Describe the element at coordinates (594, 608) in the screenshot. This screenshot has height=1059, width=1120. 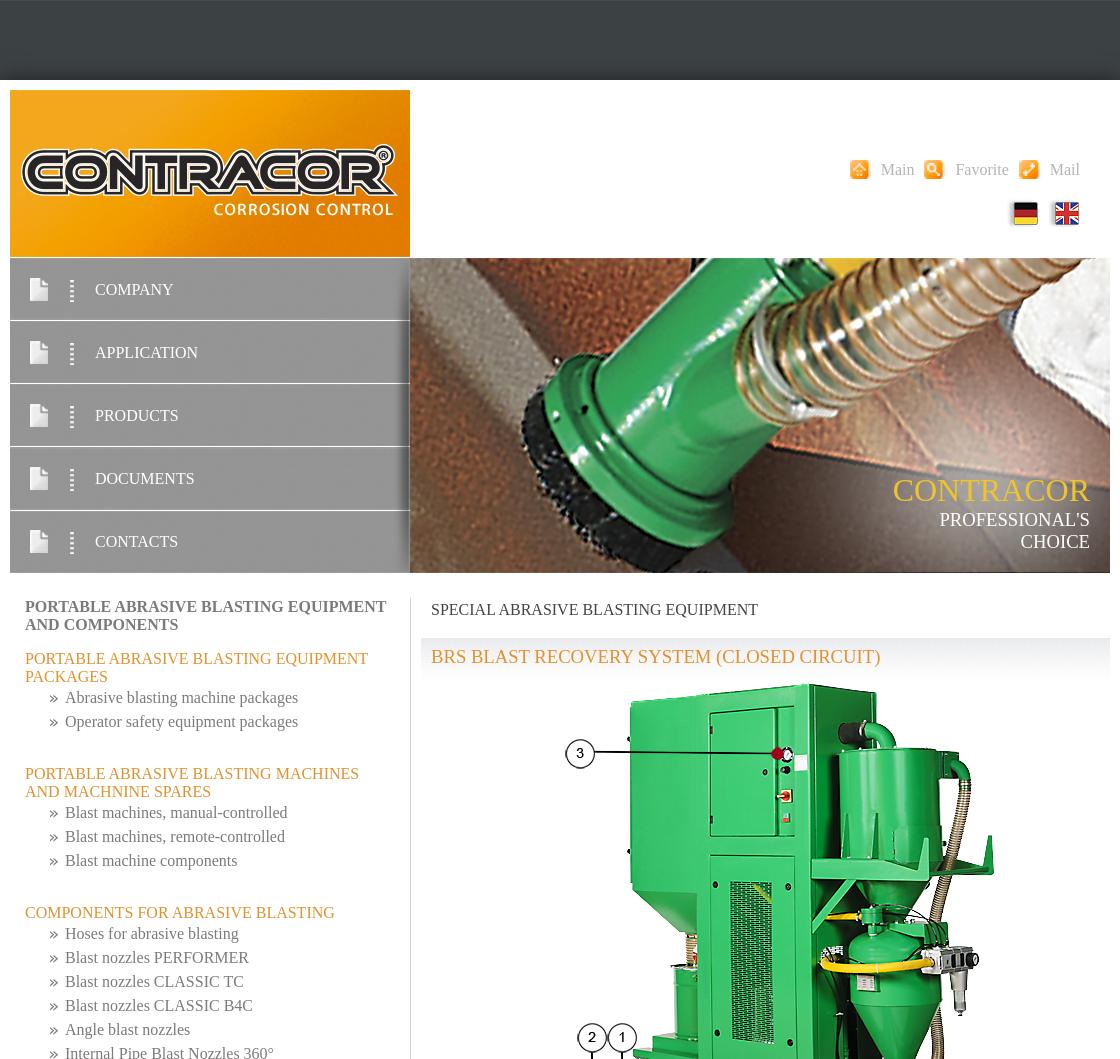
I see `'SPECIAL ABRASIVE BLASTING EQUIPMENT'` at that location.